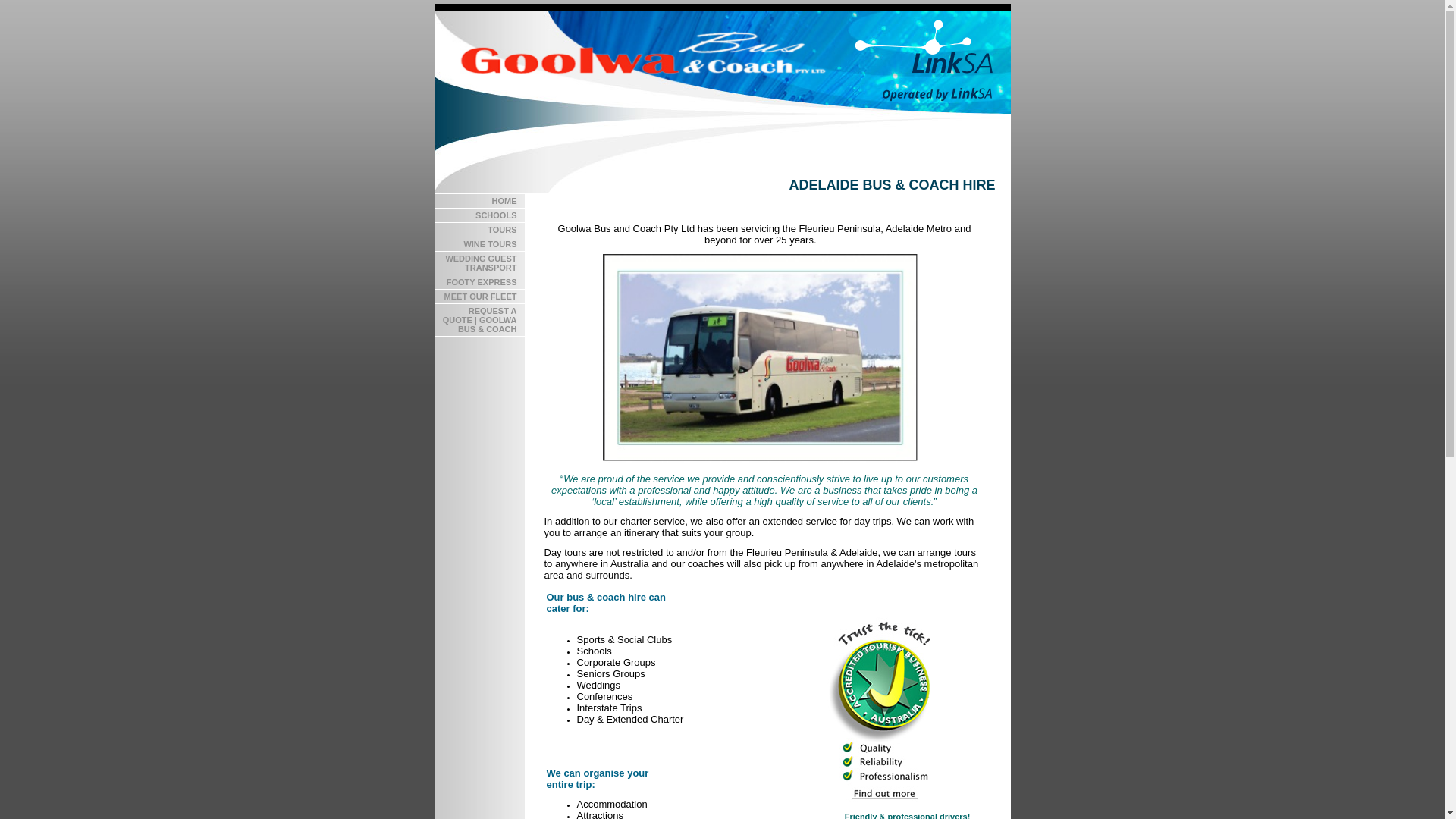  What do you see at coordinates (478, 200) in the screenshot?
I see `'HOME'` at bounding box center [478, 200].